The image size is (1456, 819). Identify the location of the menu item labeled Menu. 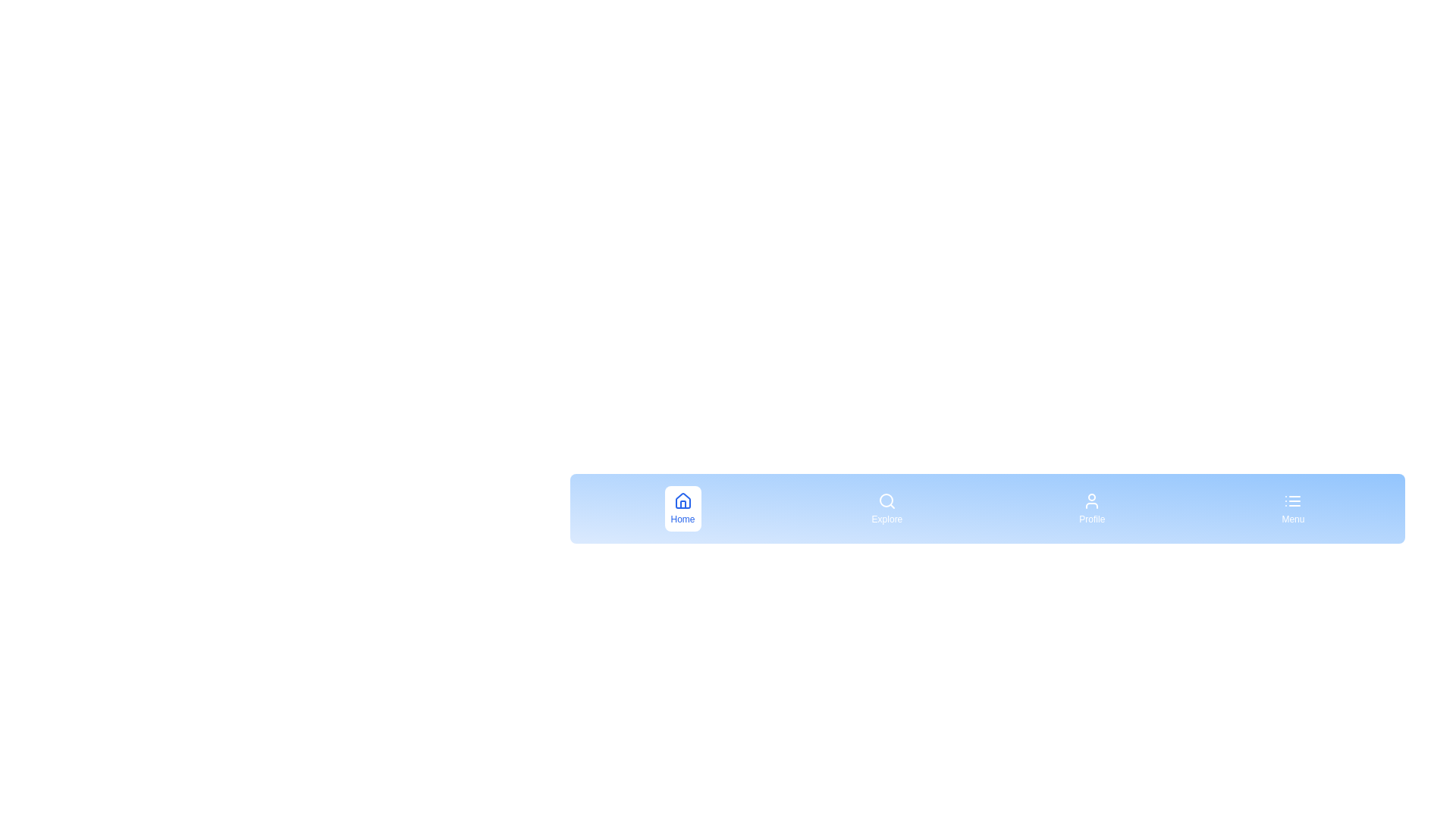
(1292, 509).